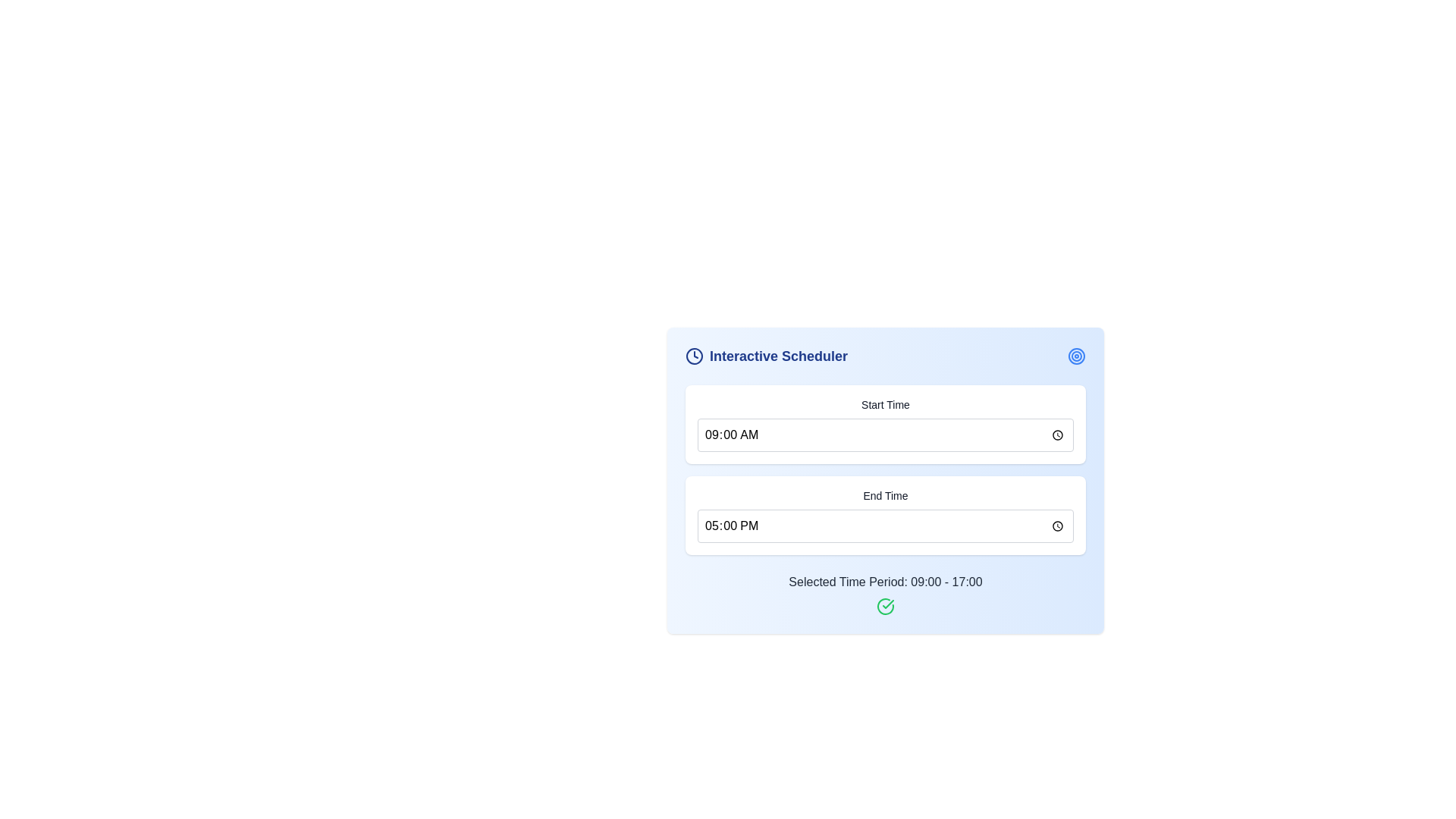  What do you see at coordinates (885, 605) in the screenshot?
I see `the visual confirmation icon located to the right of the text 'Selected Time Period: 09:00 - 17:00', which indicates that the selected time period is confirmed or valid` at bounding box center [885, 605].